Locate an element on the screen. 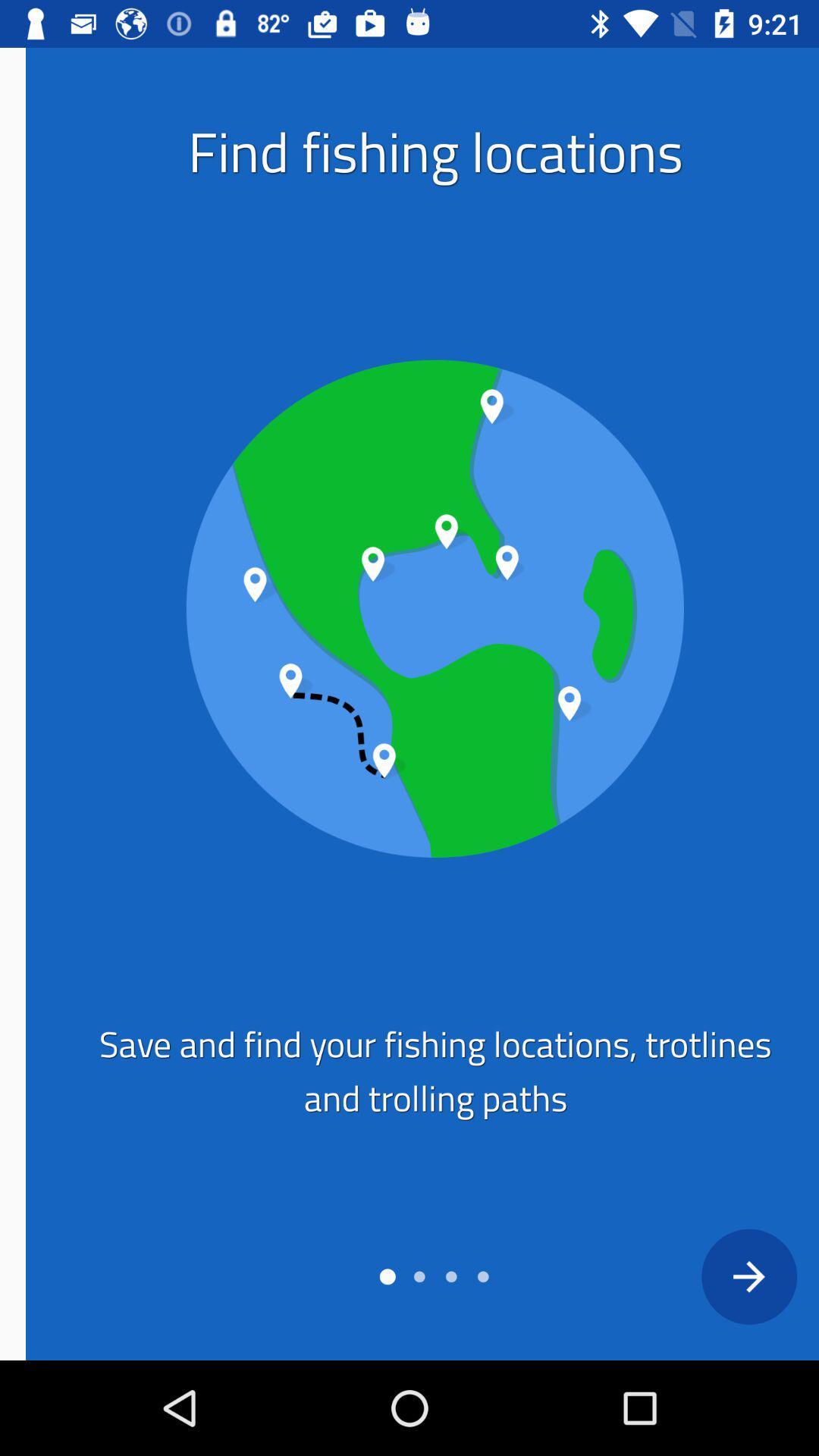 Image resolution: width=819 pixels, height=1456 pixels. earth logo is located at coordinates (408, 608).